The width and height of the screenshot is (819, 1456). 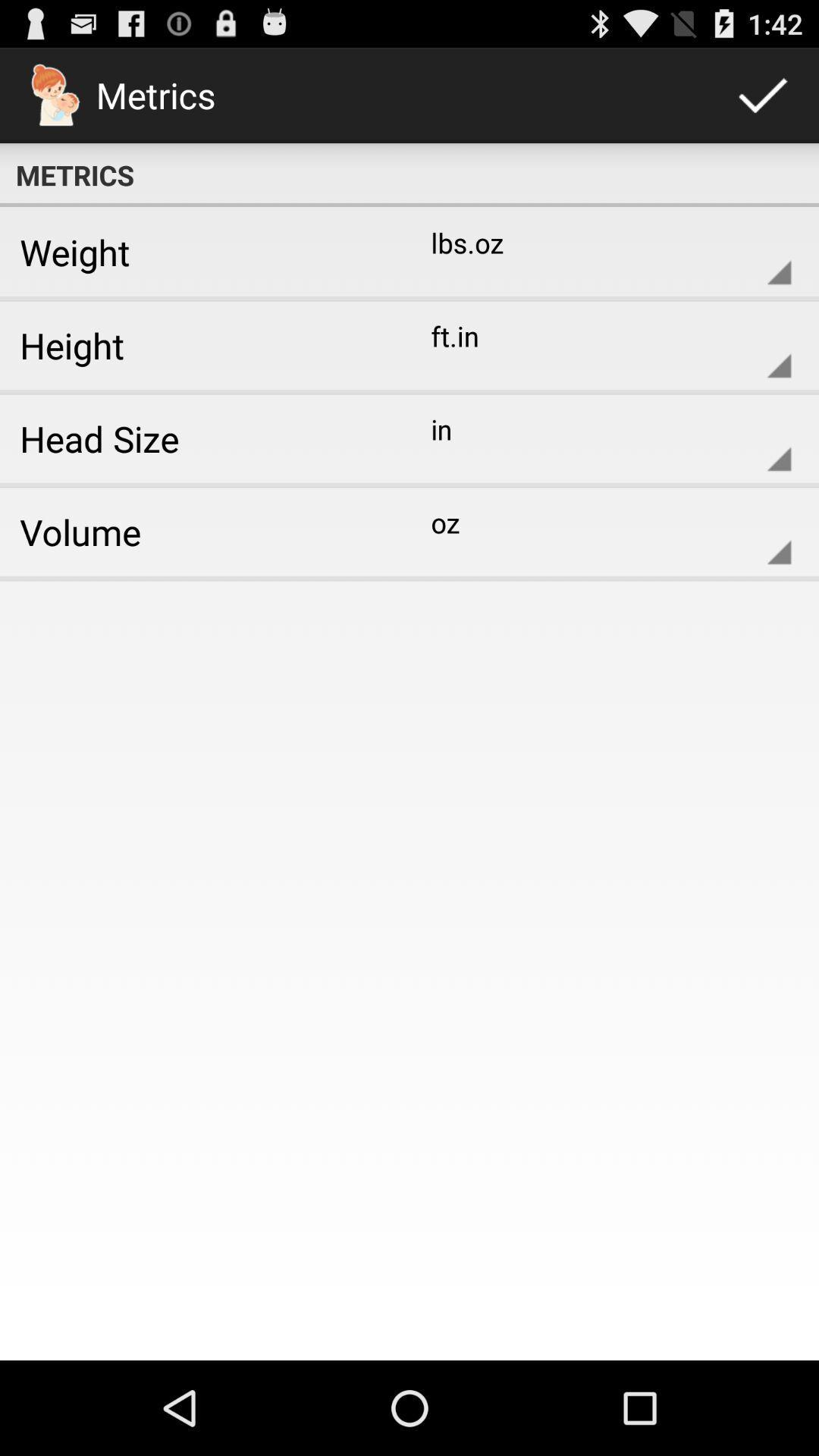 What do you see at coordinates (199, 532) in the screenshot?
I see `the volume item` at bounding box center [199, 532].